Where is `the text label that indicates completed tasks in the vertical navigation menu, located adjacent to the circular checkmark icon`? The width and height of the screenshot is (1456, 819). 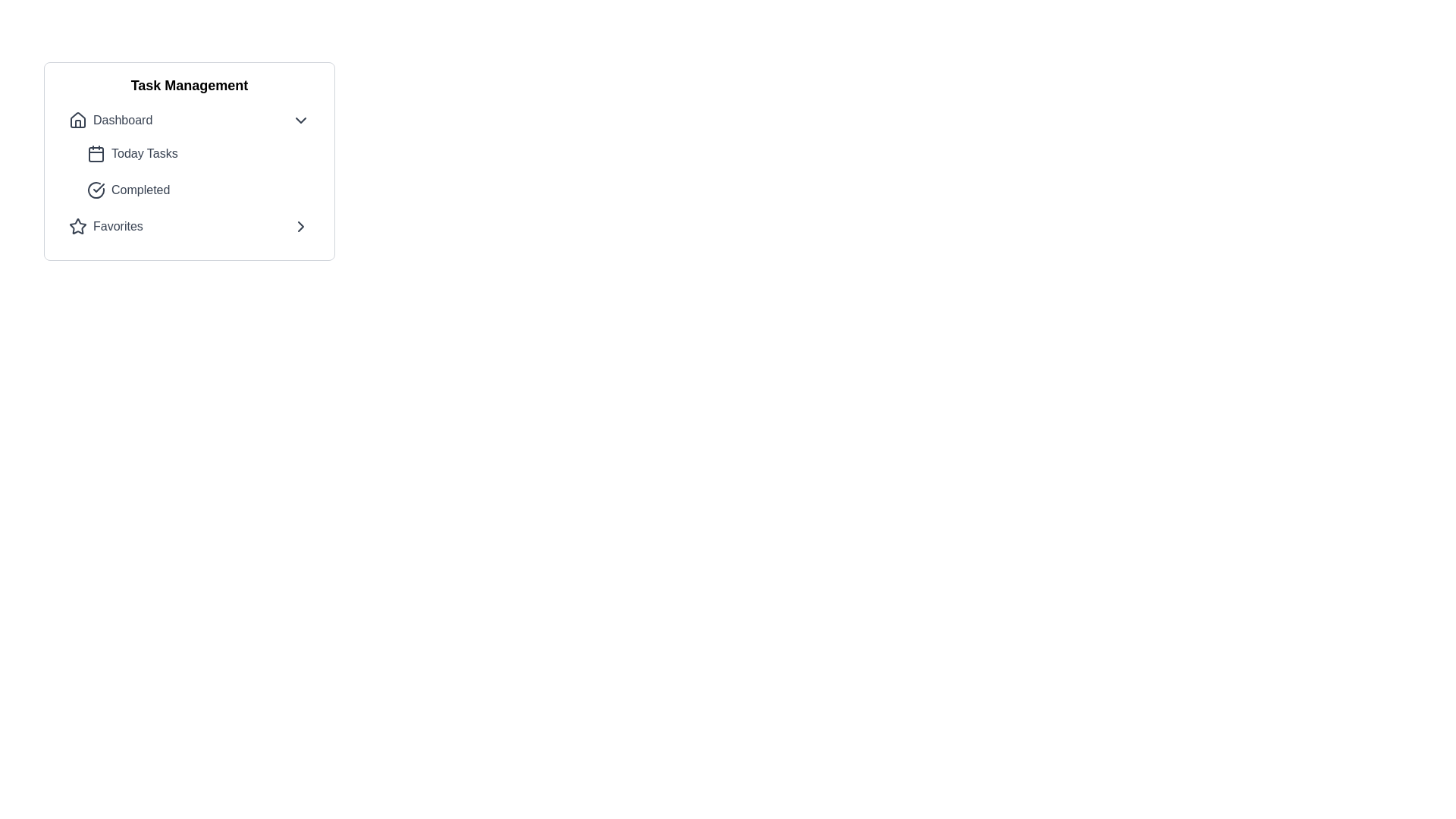
the text label that indicates completed tasks in the vertical navigation menu, located adjacent to the circular checkmark icon is located at coordinates (140, 189).